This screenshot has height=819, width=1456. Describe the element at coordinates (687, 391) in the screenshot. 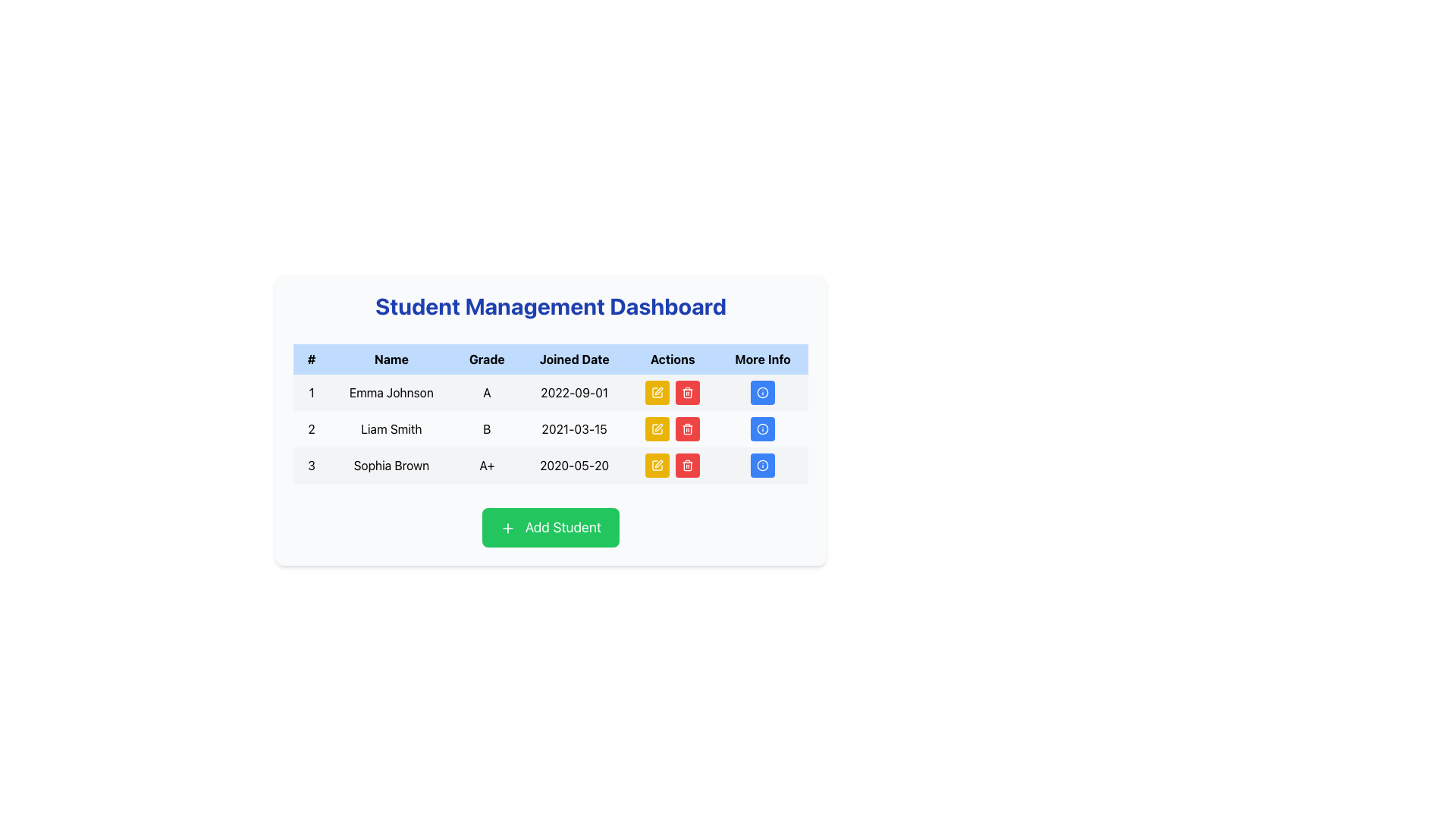

I see `the red trash bin icon inside the rectangular button in the 'Actions' column of the third row in the student management table` at that location.